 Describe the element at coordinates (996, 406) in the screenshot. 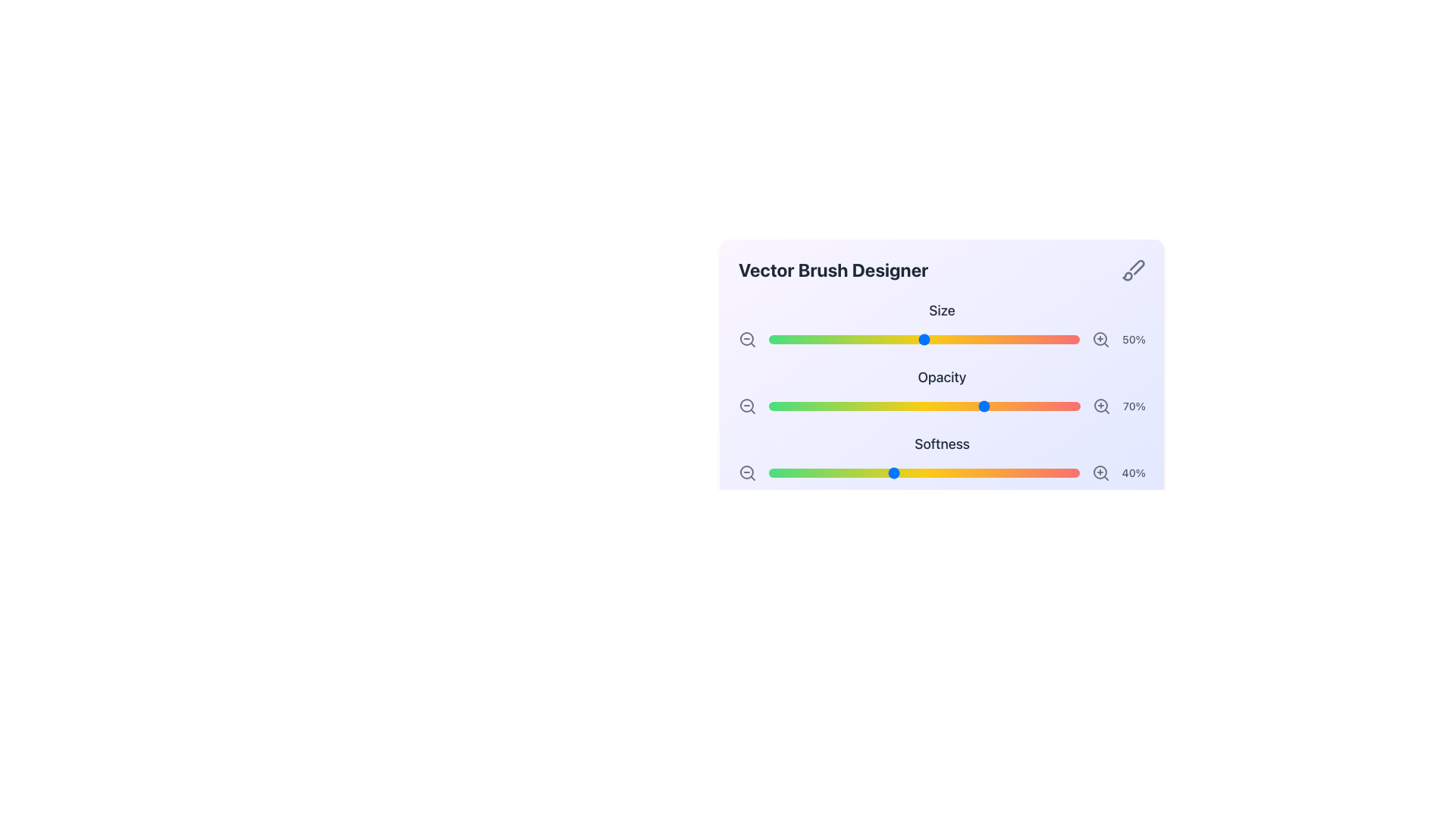

I see `opacity` at that location.